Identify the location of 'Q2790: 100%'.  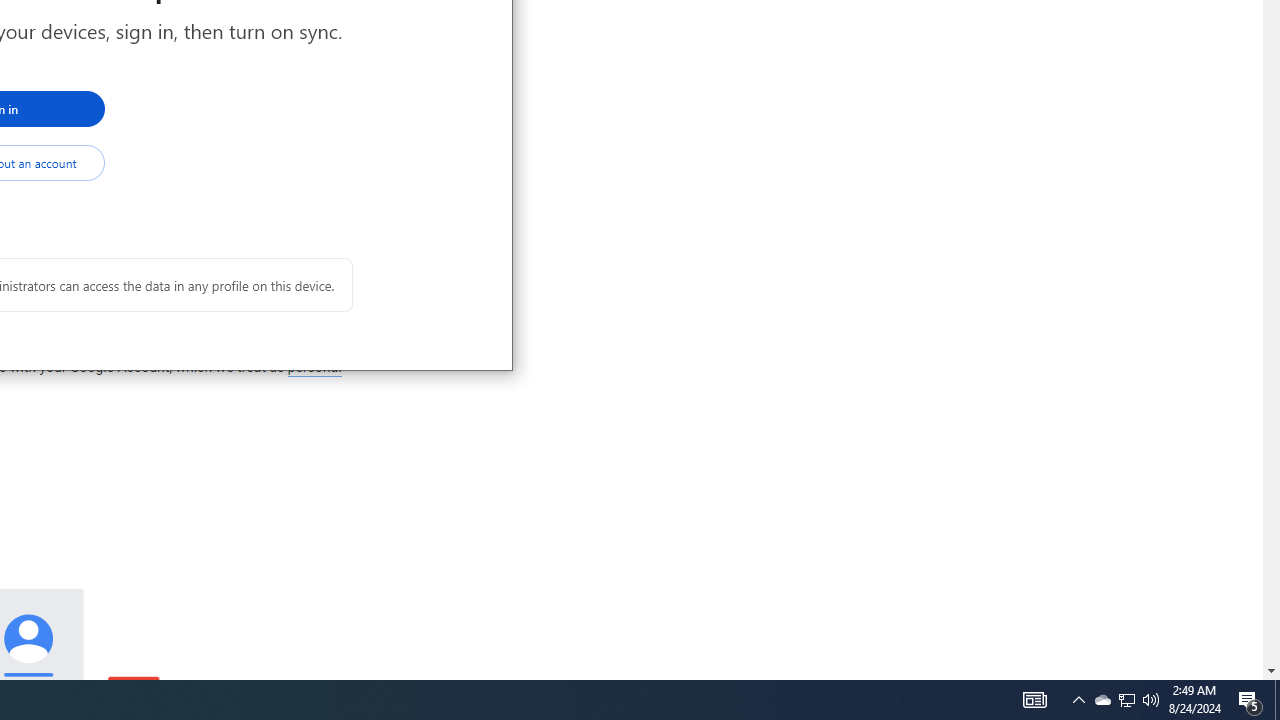
(1151, 698).